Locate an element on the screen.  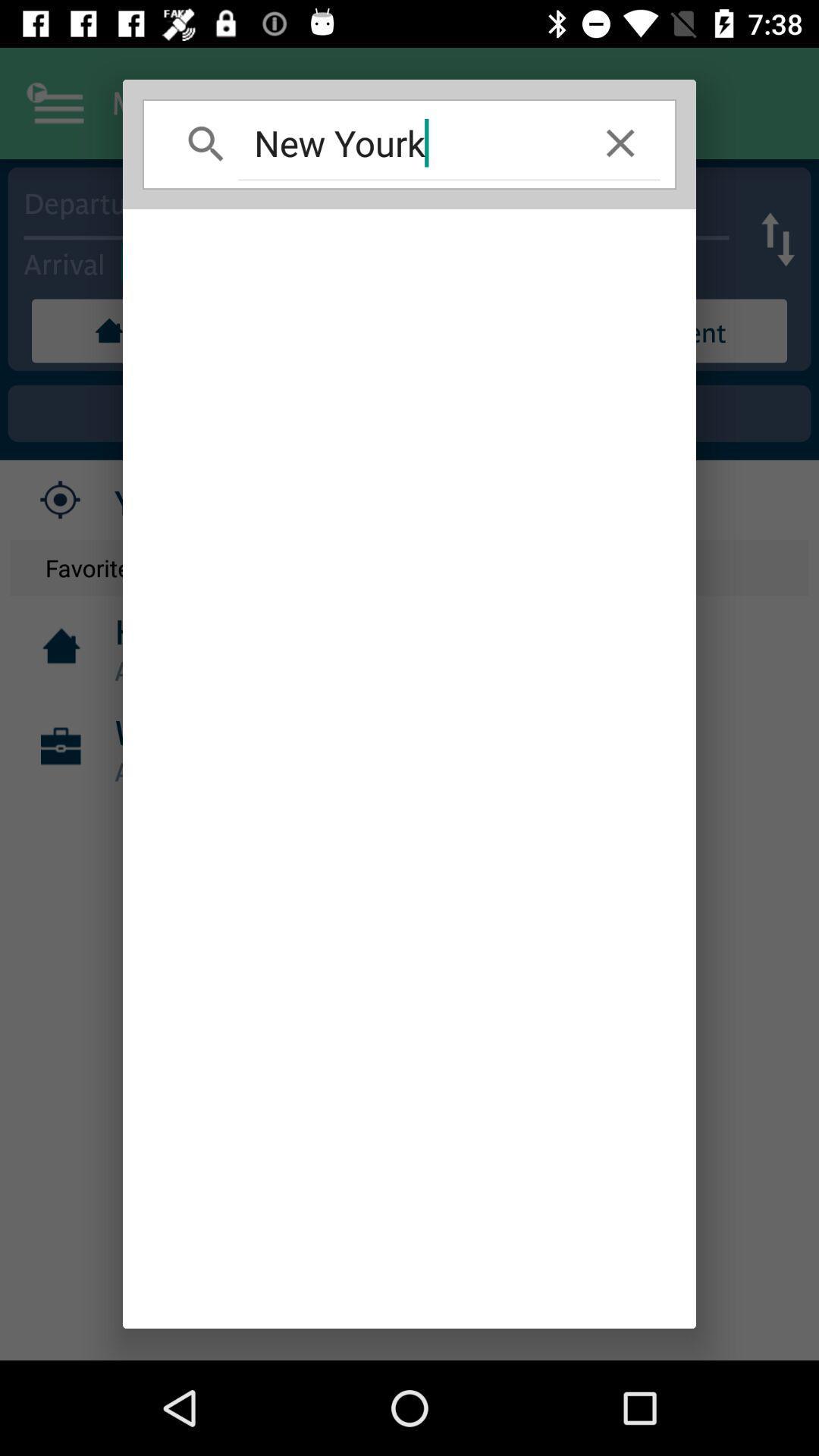
item at the top right corner is located at coordinates (620, 143).